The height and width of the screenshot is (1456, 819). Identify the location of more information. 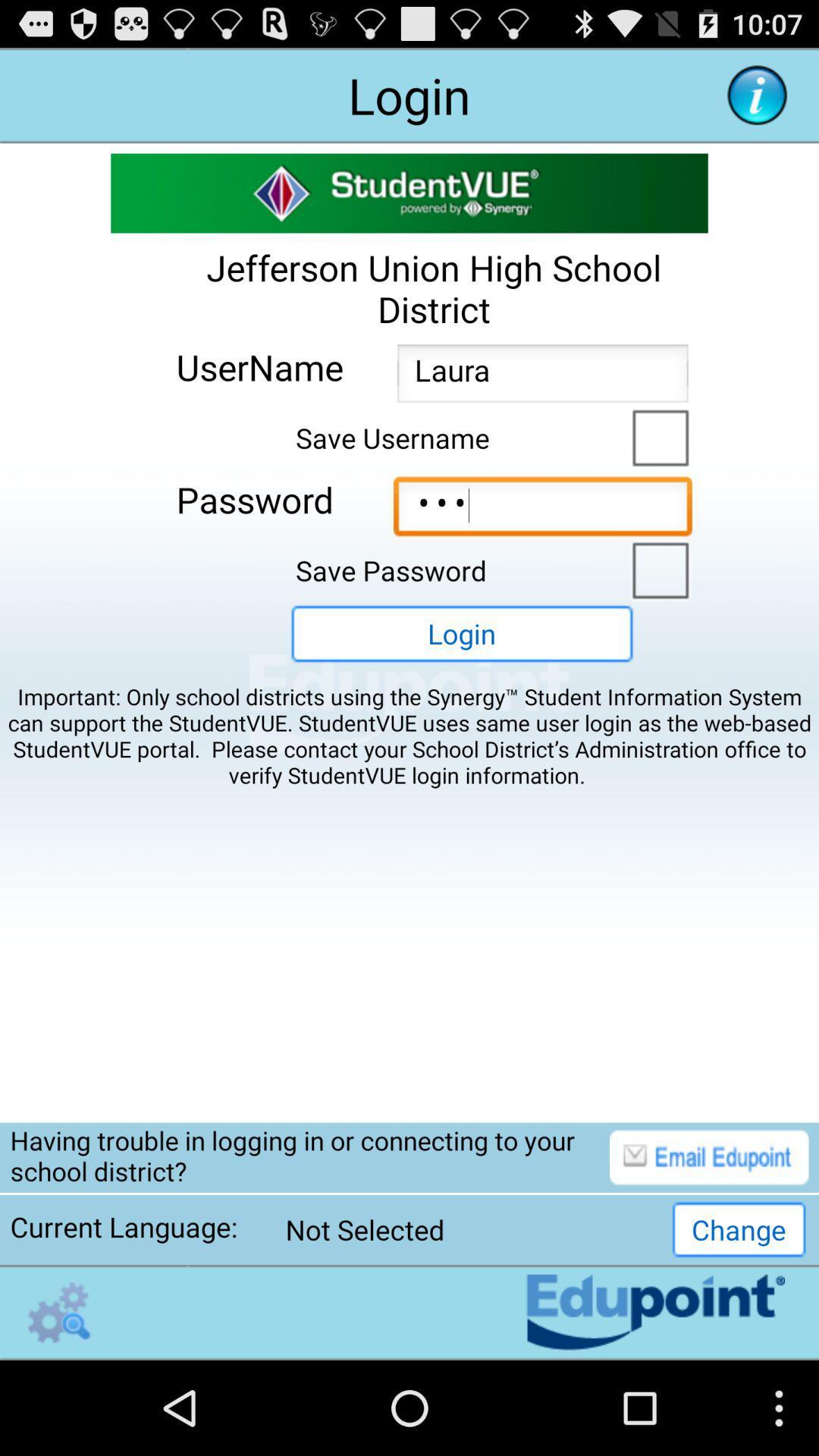
(757, 94).